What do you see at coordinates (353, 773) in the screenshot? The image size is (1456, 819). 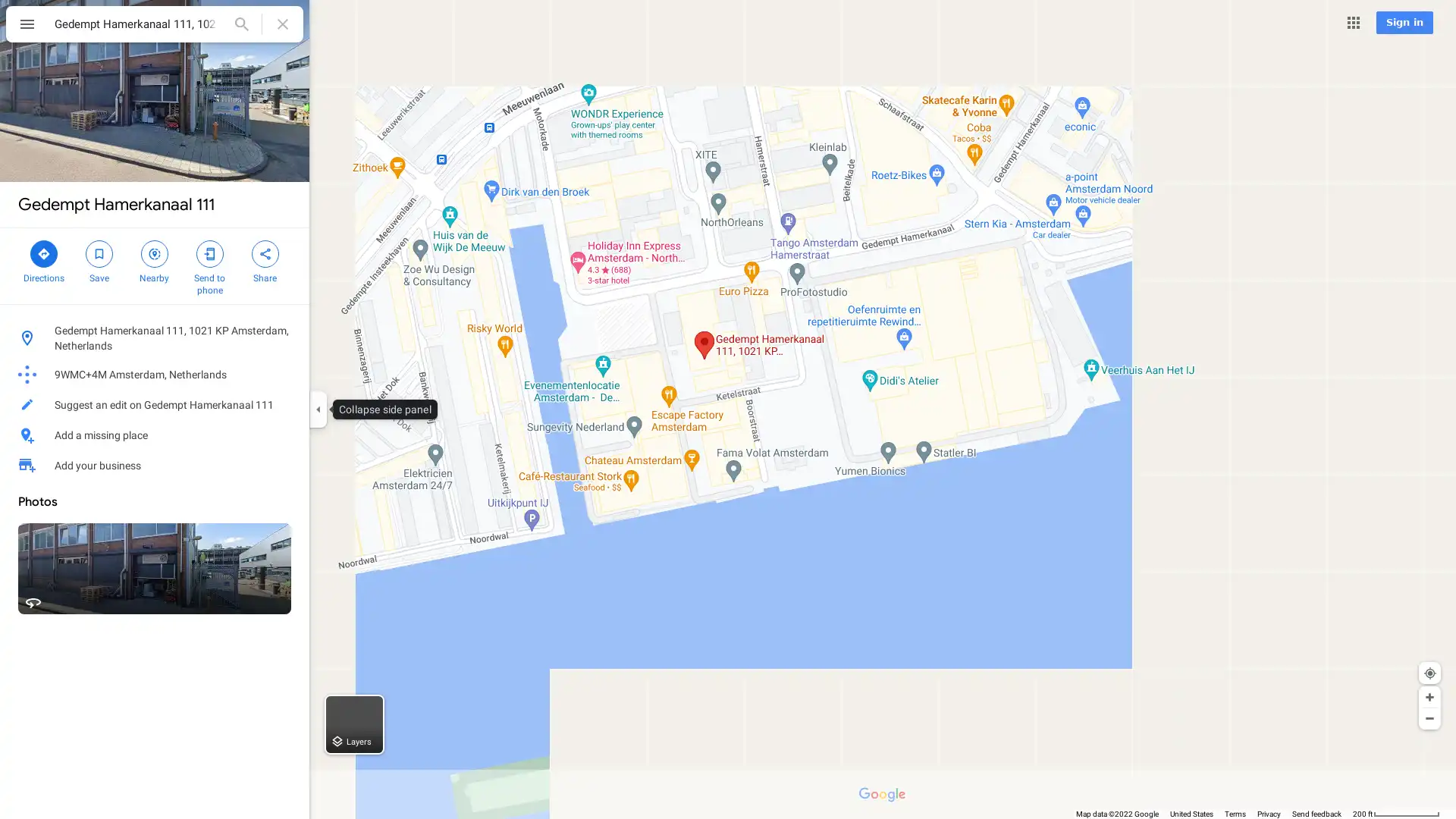 I see `Layers` at bounding box center [353, 773].